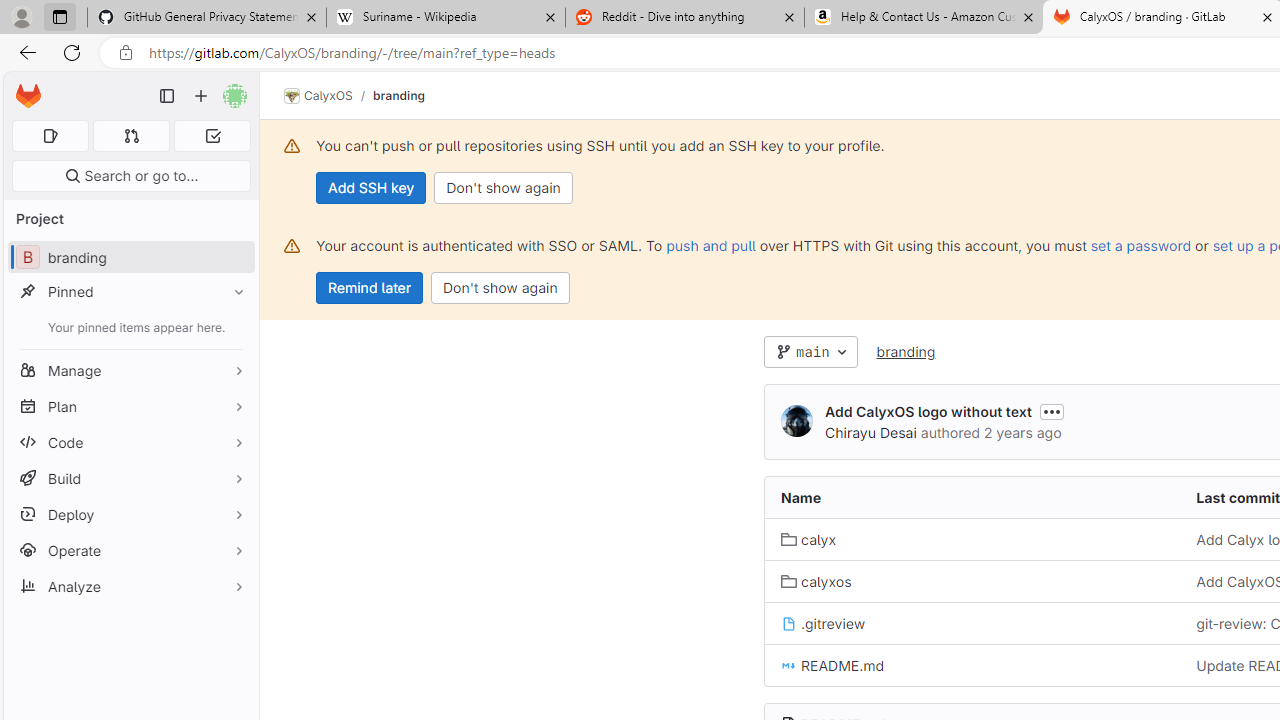 The image size is (1280, 720). I want to click on 'Create new...', so click(201, 96).